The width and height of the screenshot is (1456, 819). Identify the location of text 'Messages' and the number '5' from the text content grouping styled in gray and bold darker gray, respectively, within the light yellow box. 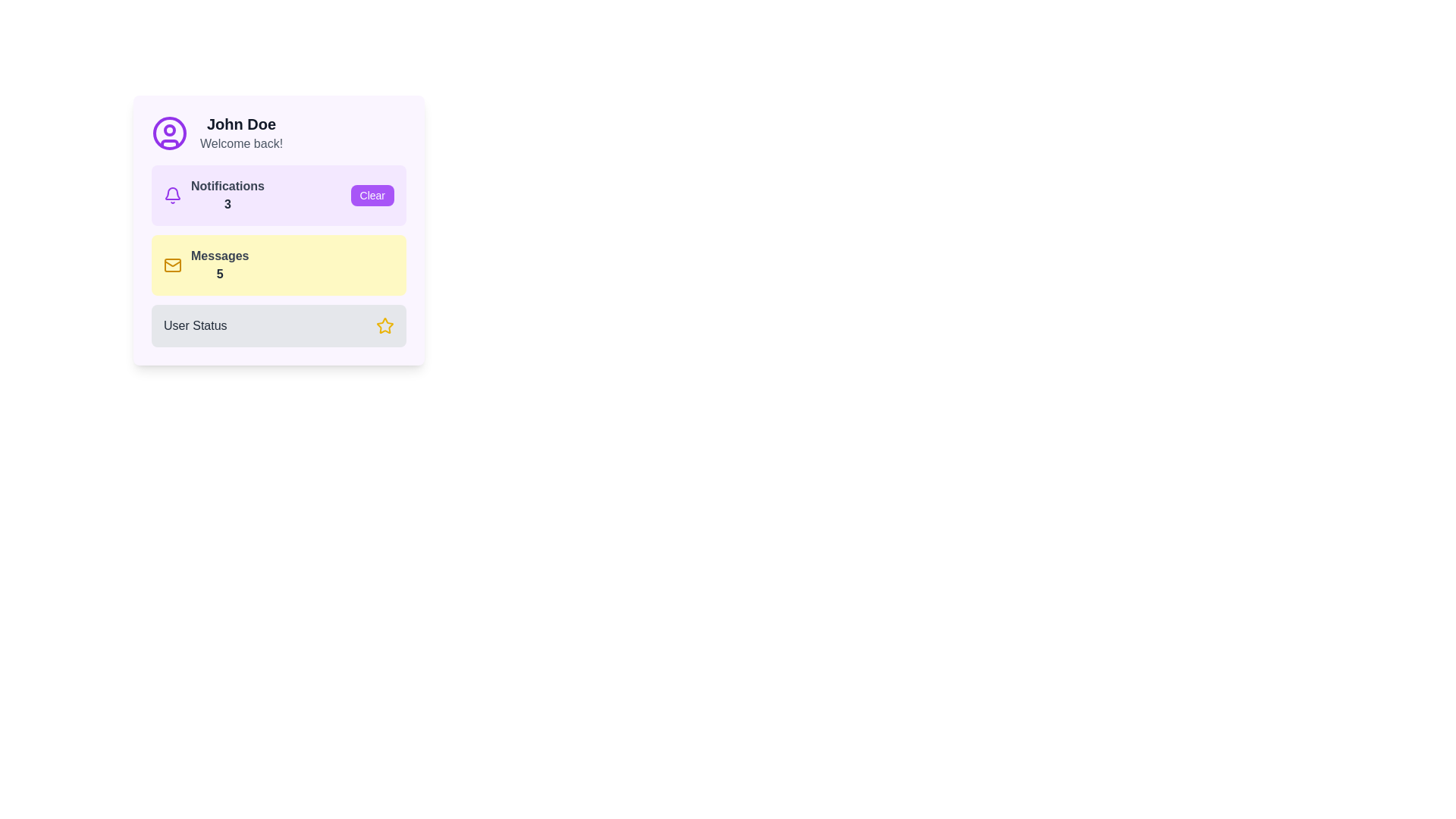
(219, 265).